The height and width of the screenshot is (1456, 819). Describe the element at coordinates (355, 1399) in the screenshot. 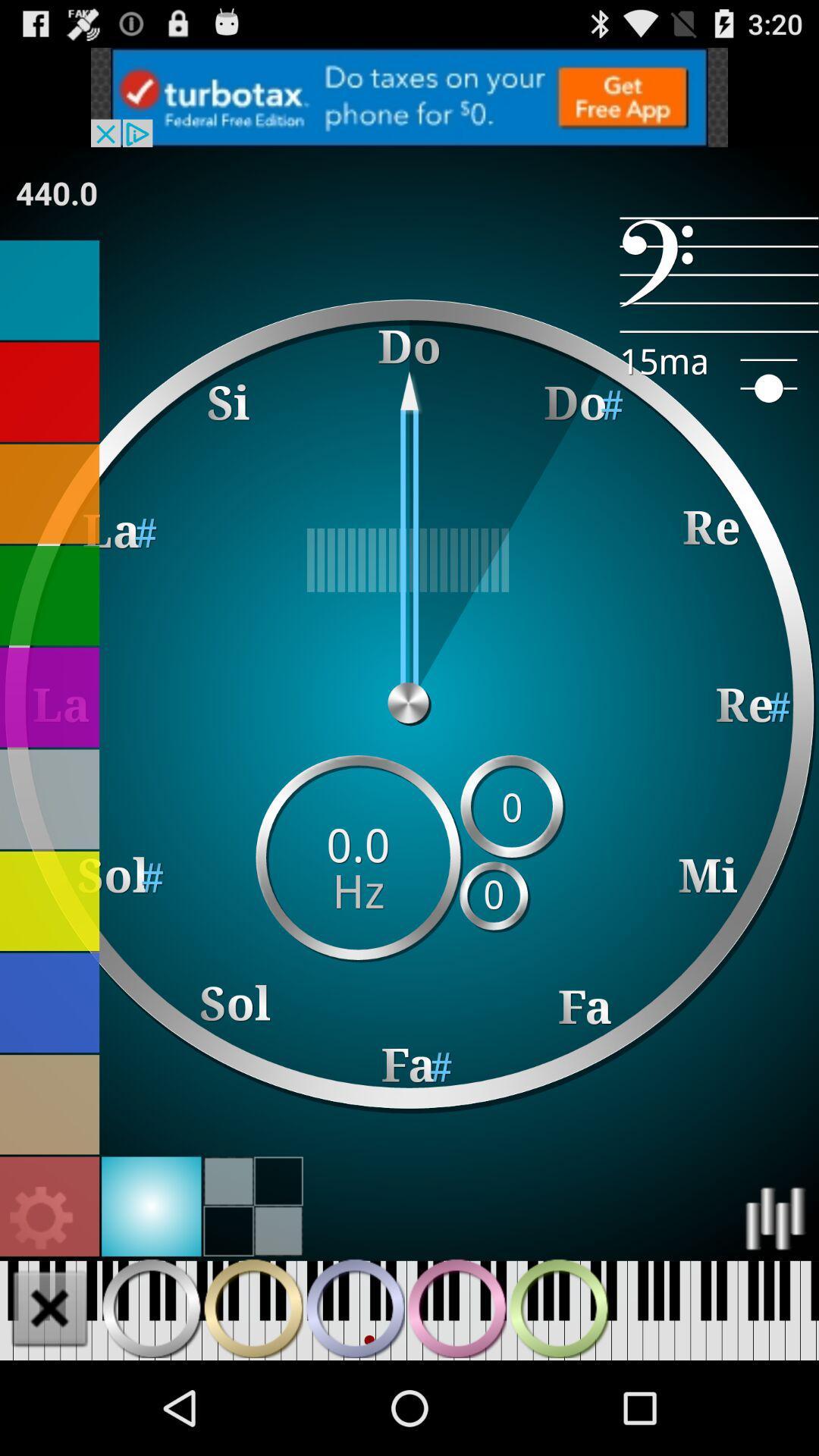

I see `the pause icon` at that location.